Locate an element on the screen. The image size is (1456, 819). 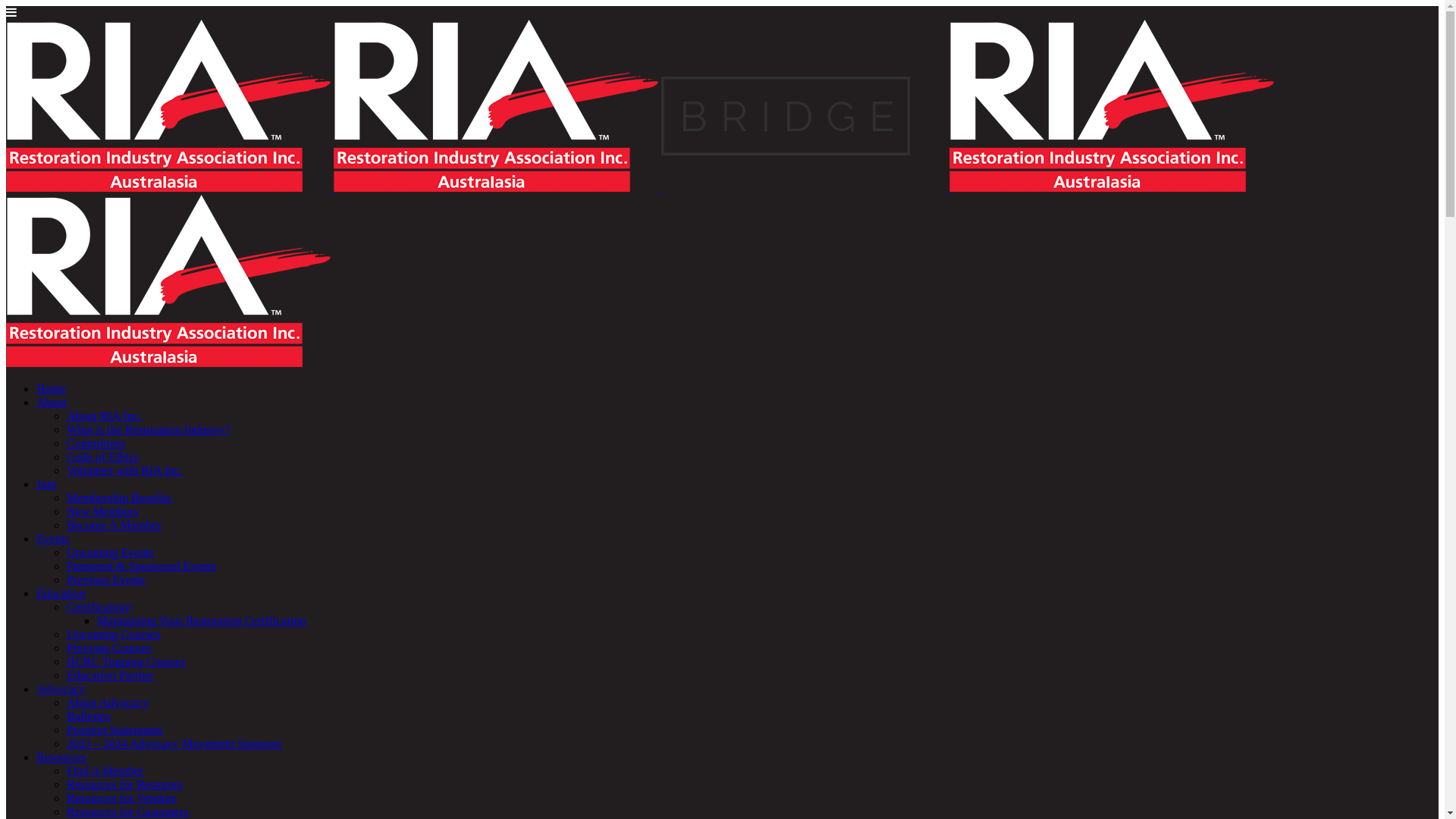
'IICRC Training Courses' is located at coordinates (126, 661).